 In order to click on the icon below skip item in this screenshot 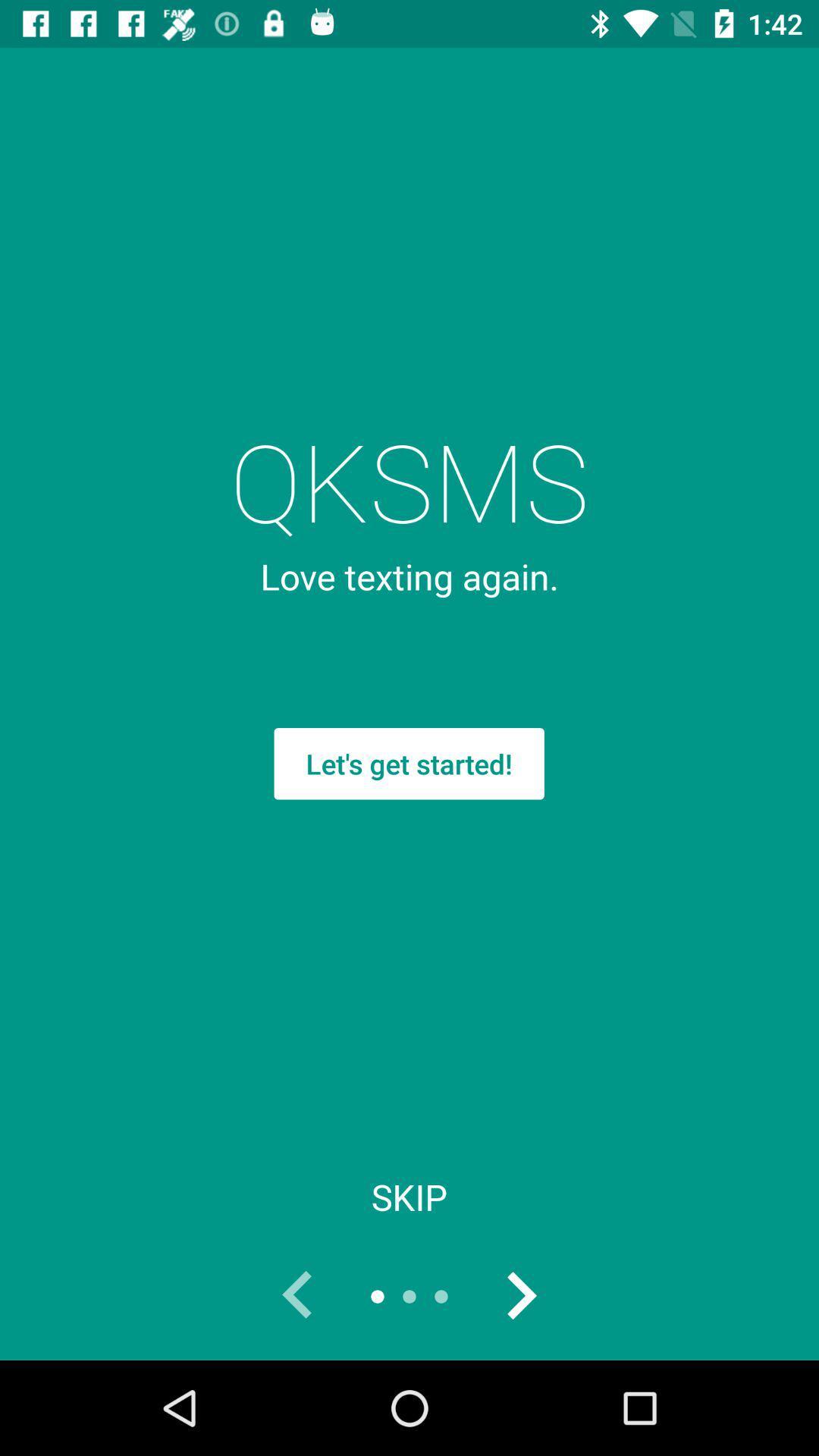, I will do `click(519, 1295)`.